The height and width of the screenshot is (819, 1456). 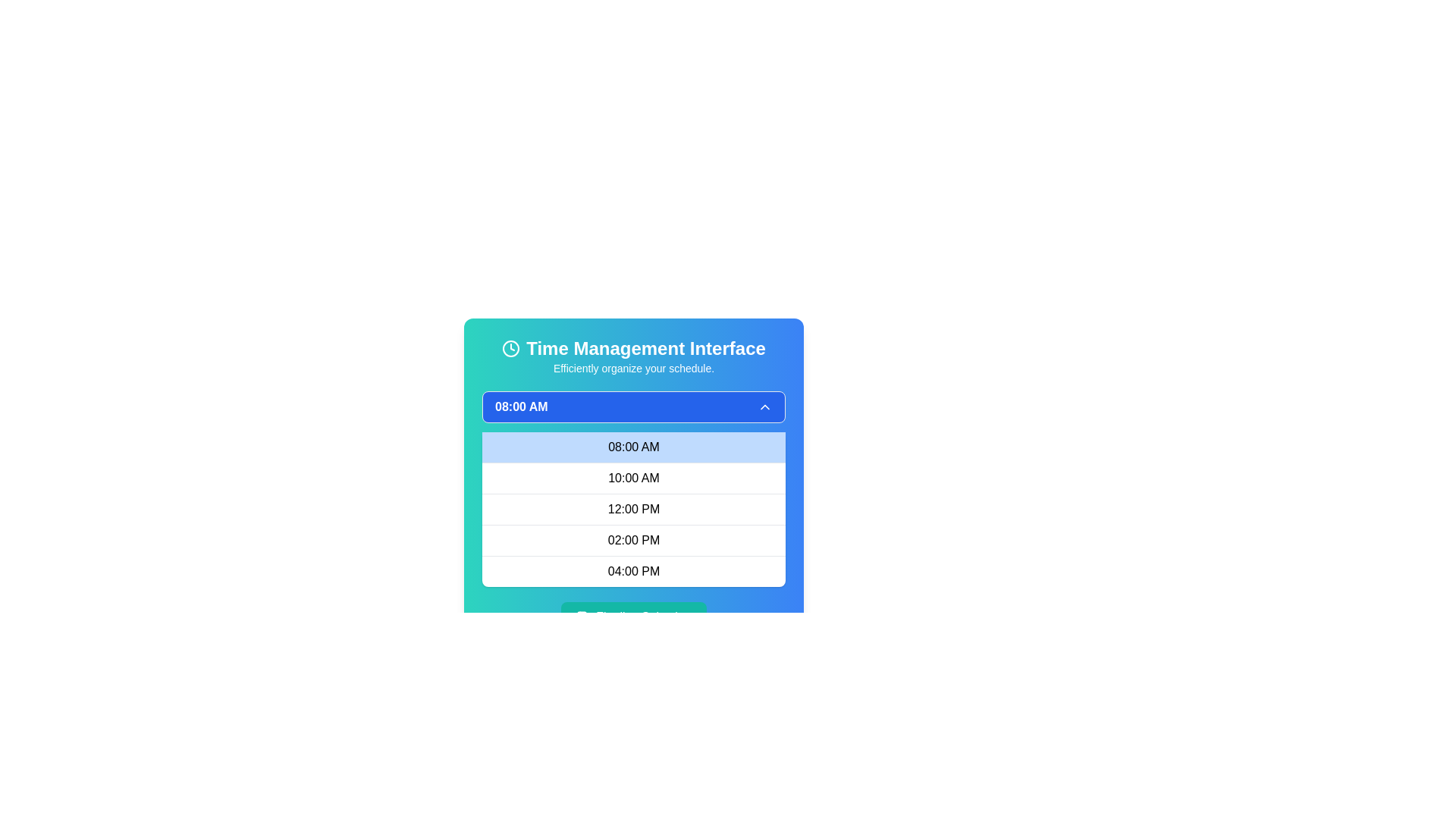 What do you see at coordinates (633, 488) in the screenshot?
I see `the '10:00 AM' option from the dropdown menu located in the 'Time Management Interface' below the header and above the 'Finalize Selection' button` at bounding box center [633, 488].